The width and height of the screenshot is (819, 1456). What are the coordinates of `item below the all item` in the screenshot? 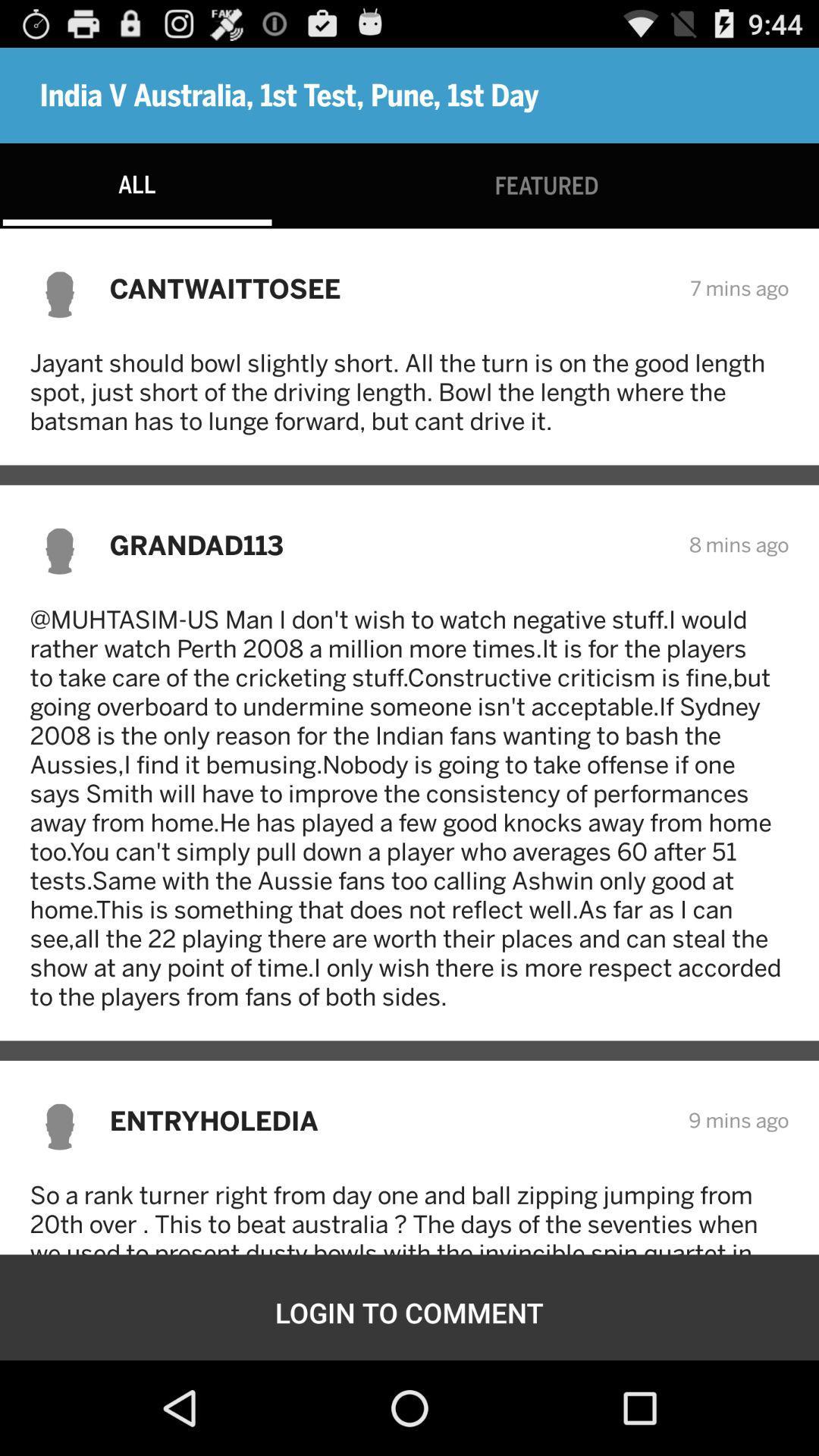 It's located at (389, 288).